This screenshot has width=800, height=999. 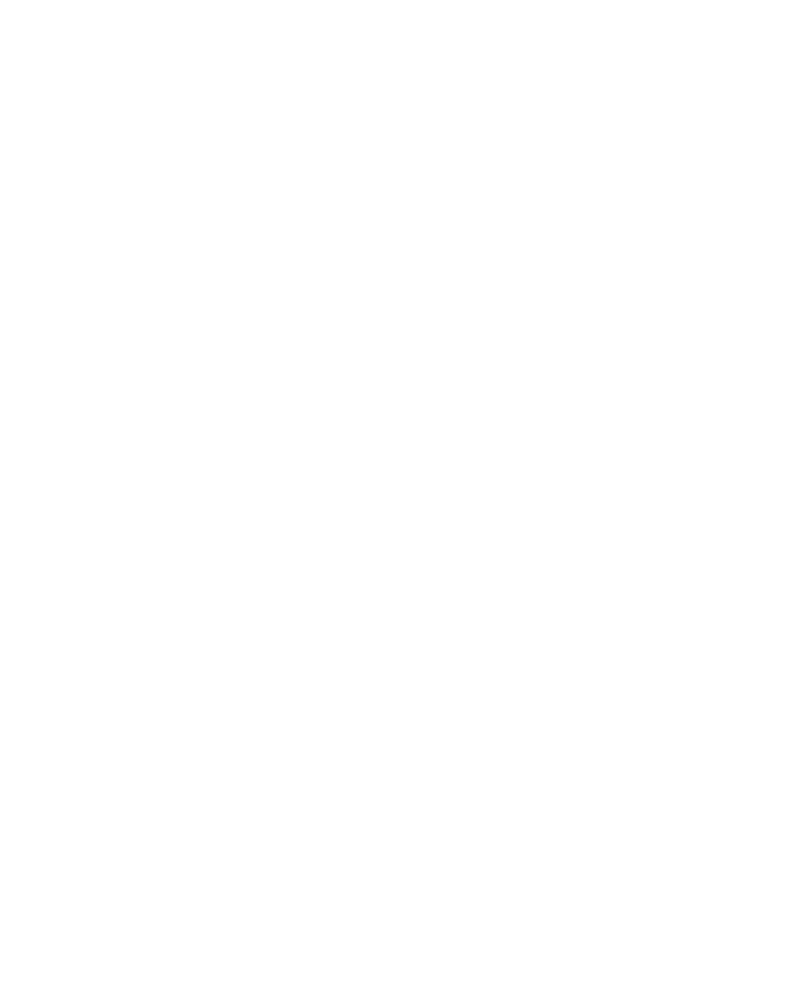 What do you see at coordinates (329, 373) in the screenshot?
I see `'Leapwing StageOne2 — A Mix Real-World Review'` at bounding box center [329, 373].